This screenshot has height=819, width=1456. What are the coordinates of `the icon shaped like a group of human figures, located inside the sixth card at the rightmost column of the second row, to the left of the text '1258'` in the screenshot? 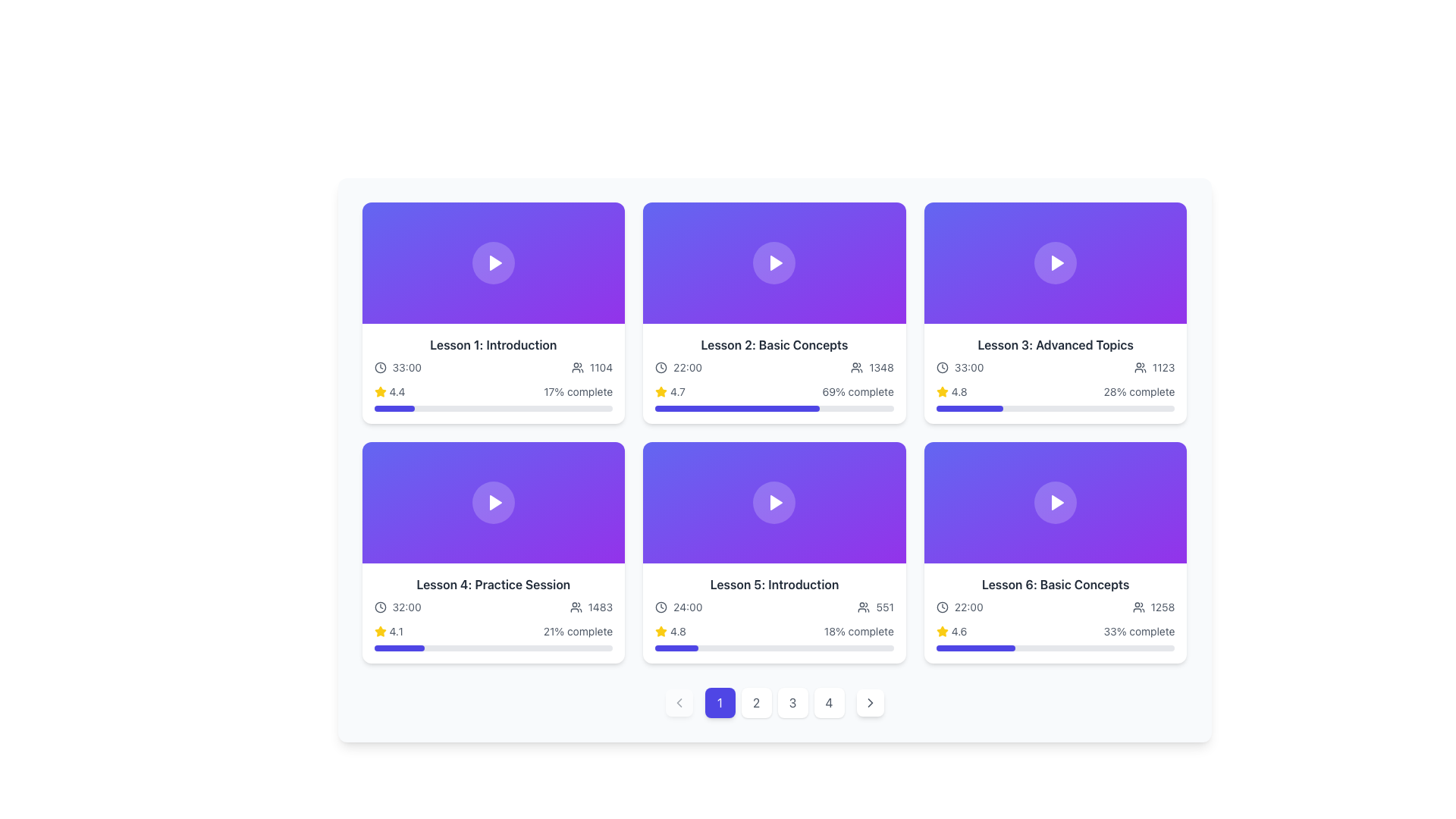 It's located at (1138, 607).